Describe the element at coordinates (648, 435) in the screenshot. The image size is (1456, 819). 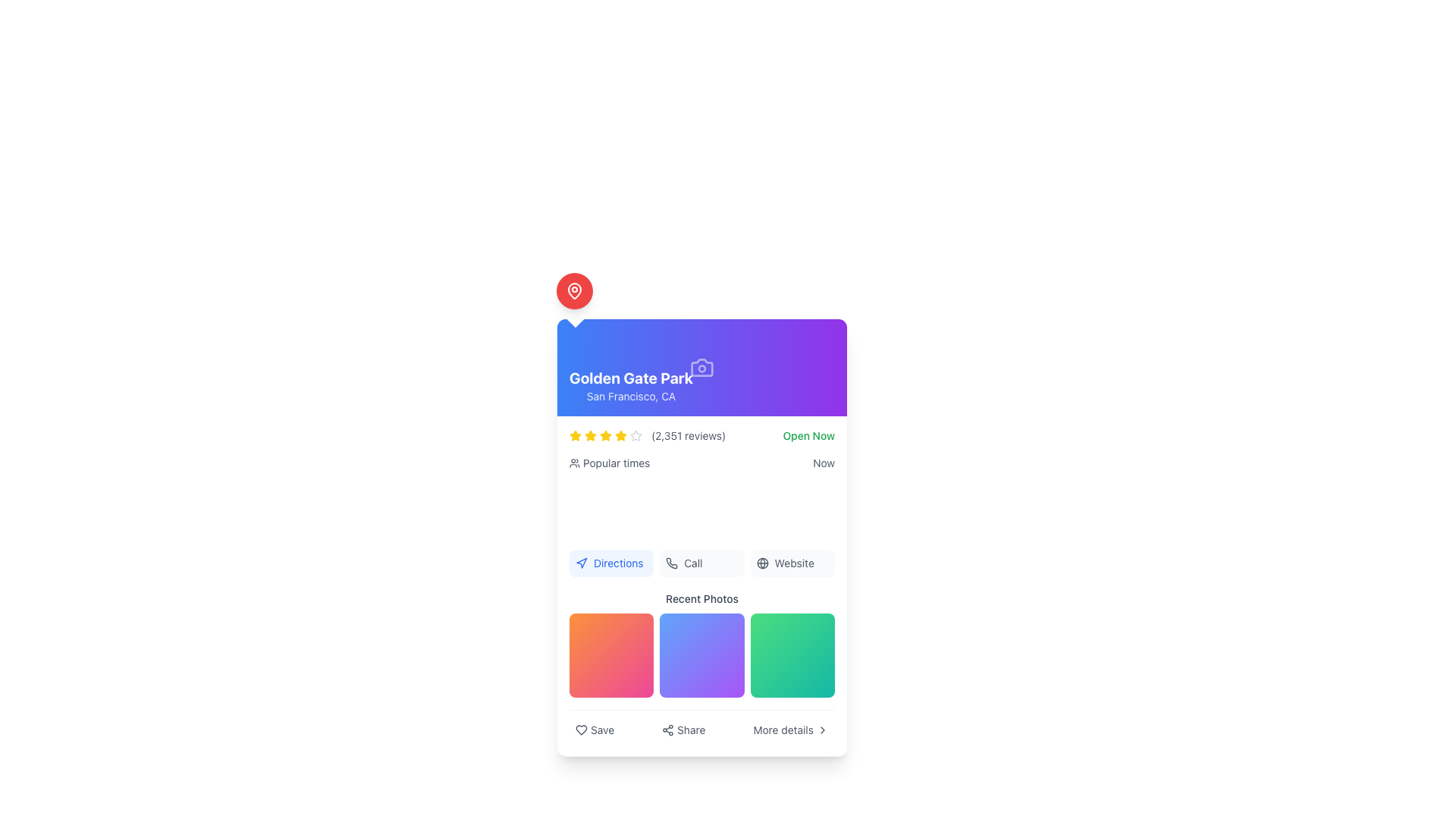
I see `the text label displaying the review count '(2,351 reviews)', which is styled in gray and situated to the right of the rating stars in the card layout` at that location.